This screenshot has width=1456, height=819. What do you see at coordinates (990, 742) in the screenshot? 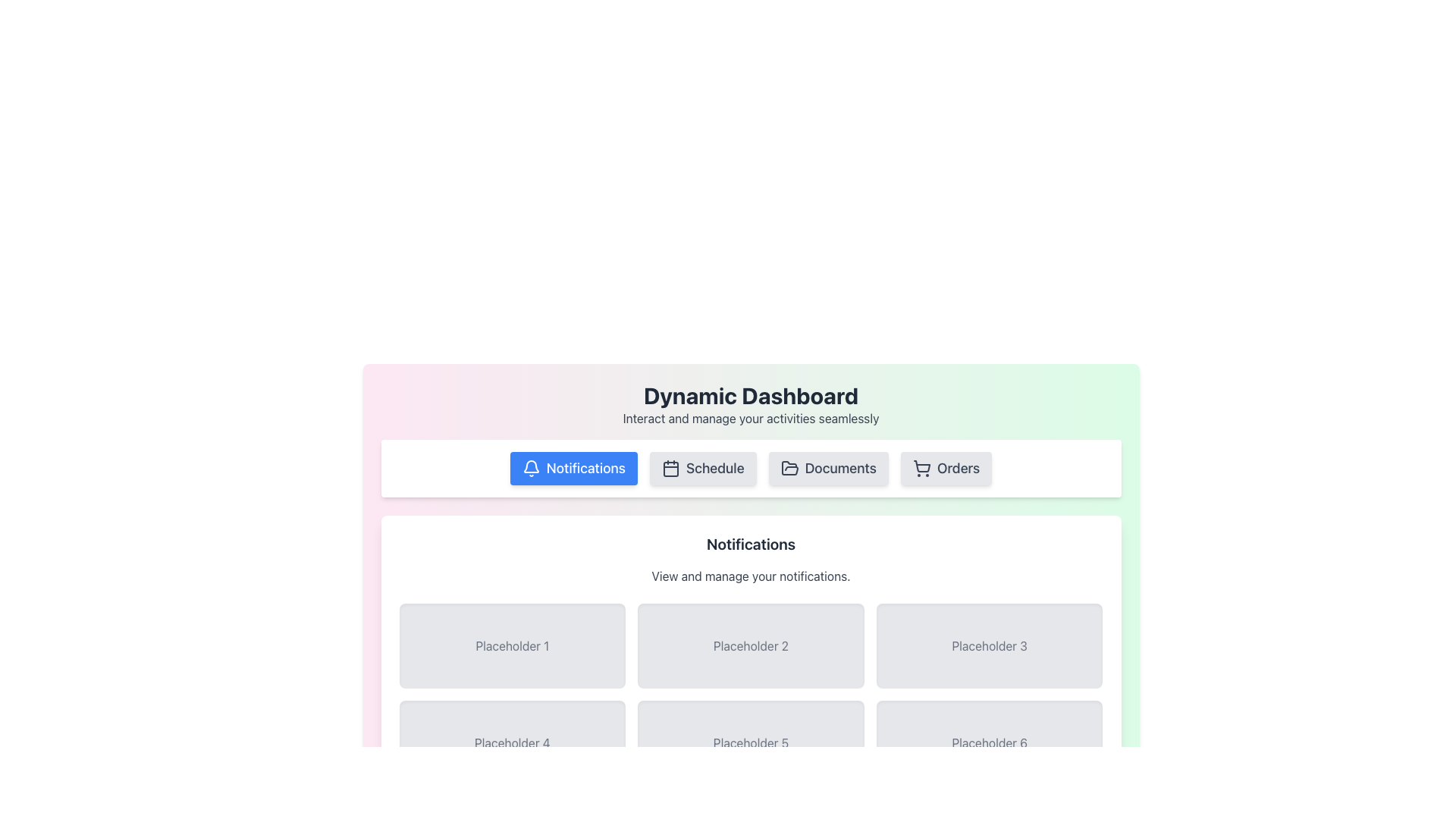
I see `the text label displaying 'Placeholder 6' which is located in the bottom-right cell of a 2x3 grid of placeholders` at bounding box center [990, 742].